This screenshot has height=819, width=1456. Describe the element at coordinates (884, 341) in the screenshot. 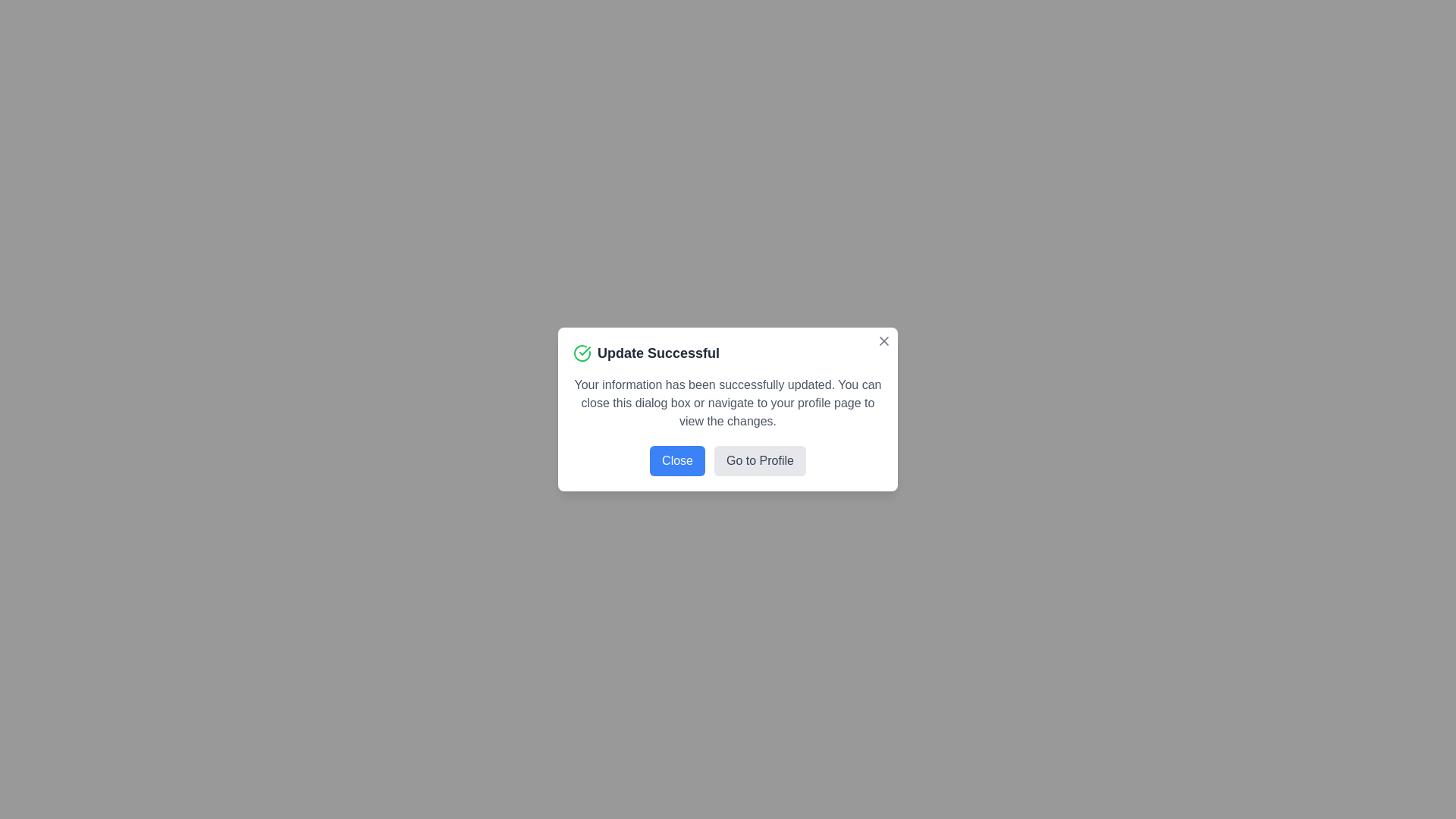

I see `the close icon in the top-right corner of the dialog to dismiss it` at that location.